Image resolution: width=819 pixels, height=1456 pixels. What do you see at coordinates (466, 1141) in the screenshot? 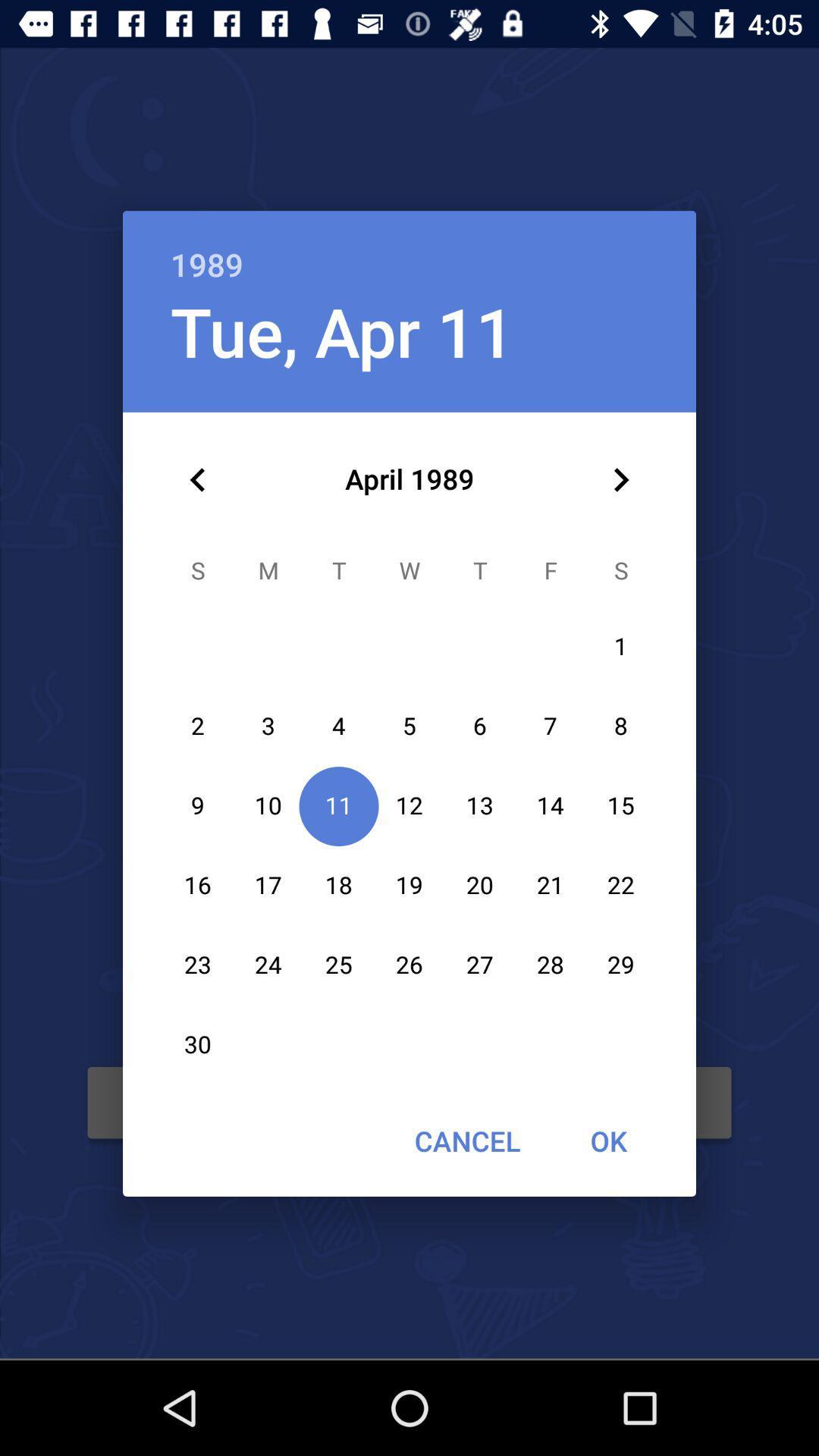
I see `the cancel` at bounding box center [466, 1141].